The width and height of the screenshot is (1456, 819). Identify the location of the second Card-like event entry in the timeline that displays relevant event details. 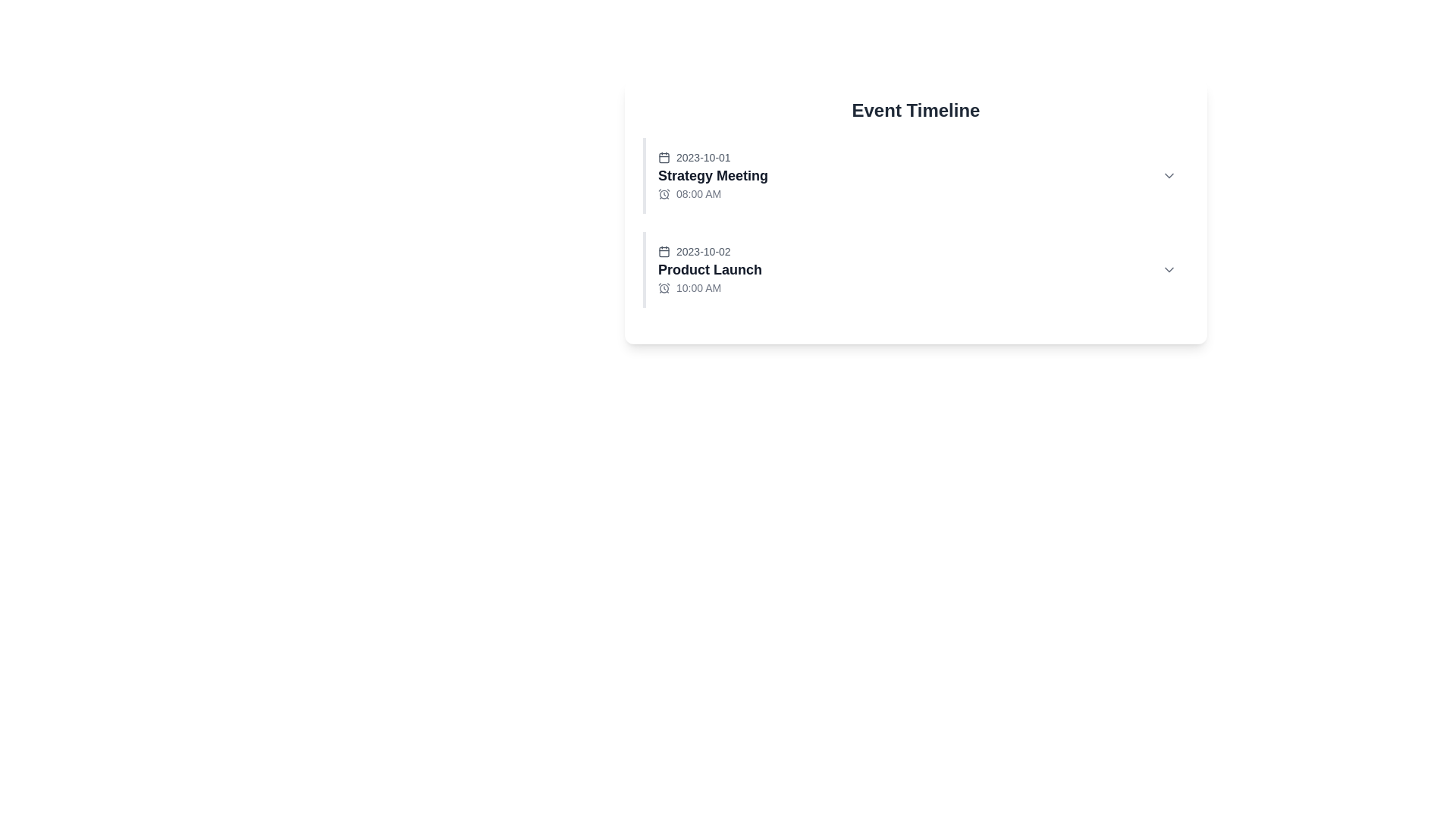
(915, 268).